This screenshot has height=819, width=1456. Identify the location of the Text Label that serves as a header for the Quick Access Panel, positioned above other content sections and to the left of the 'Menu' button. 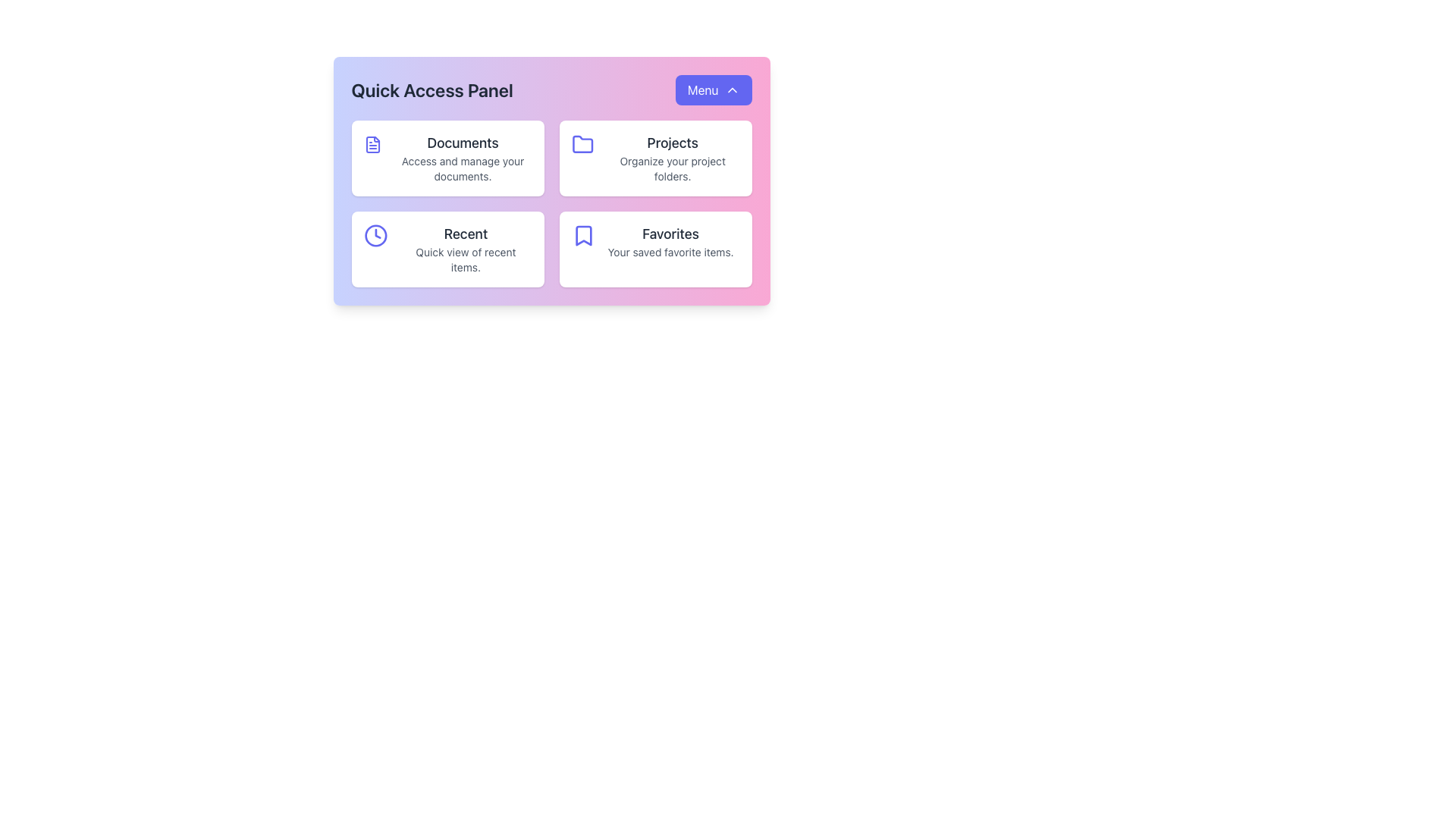
(431, 90).